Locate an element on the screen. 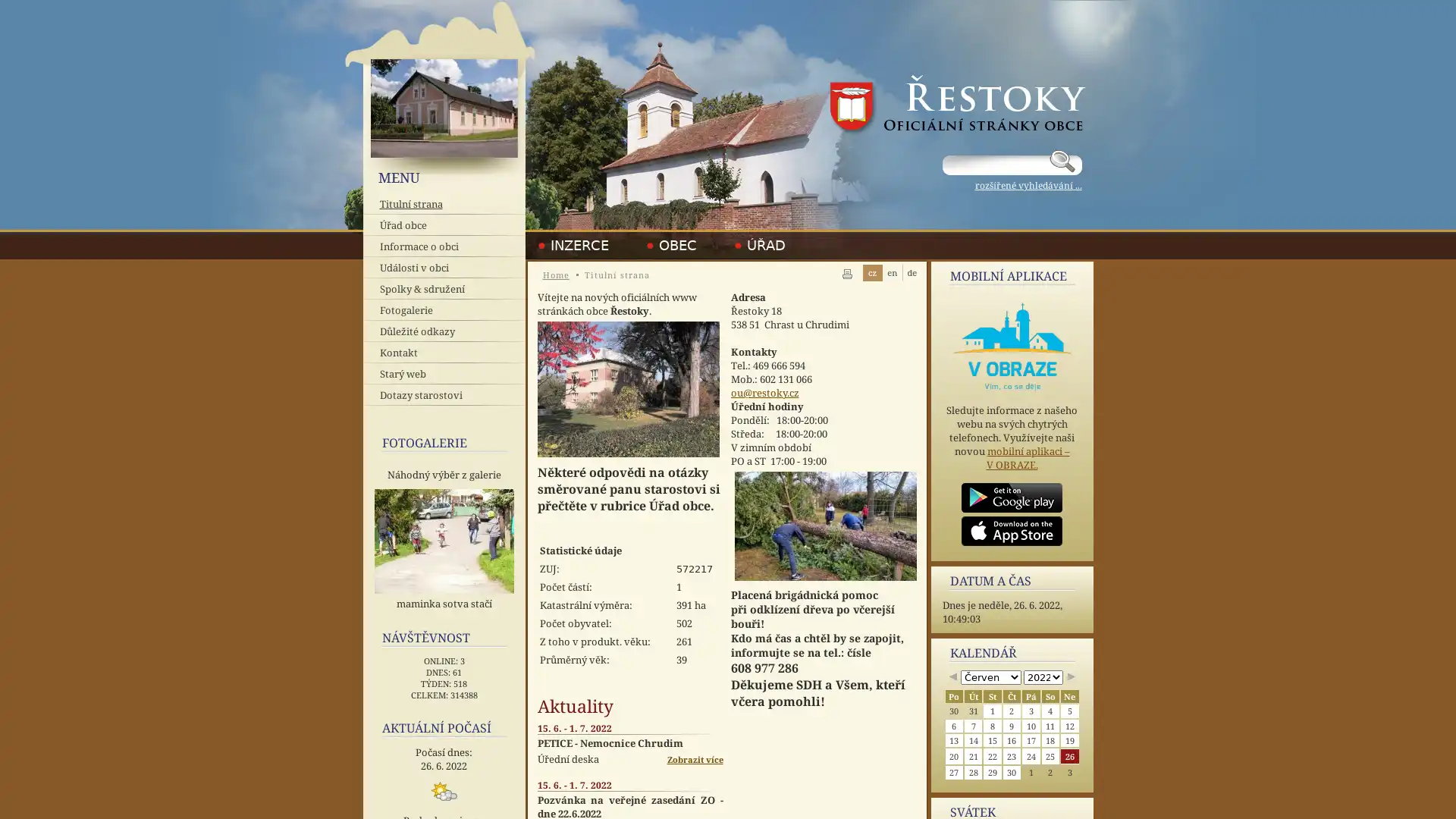  Hledat is located at coordinates (1064, 162).